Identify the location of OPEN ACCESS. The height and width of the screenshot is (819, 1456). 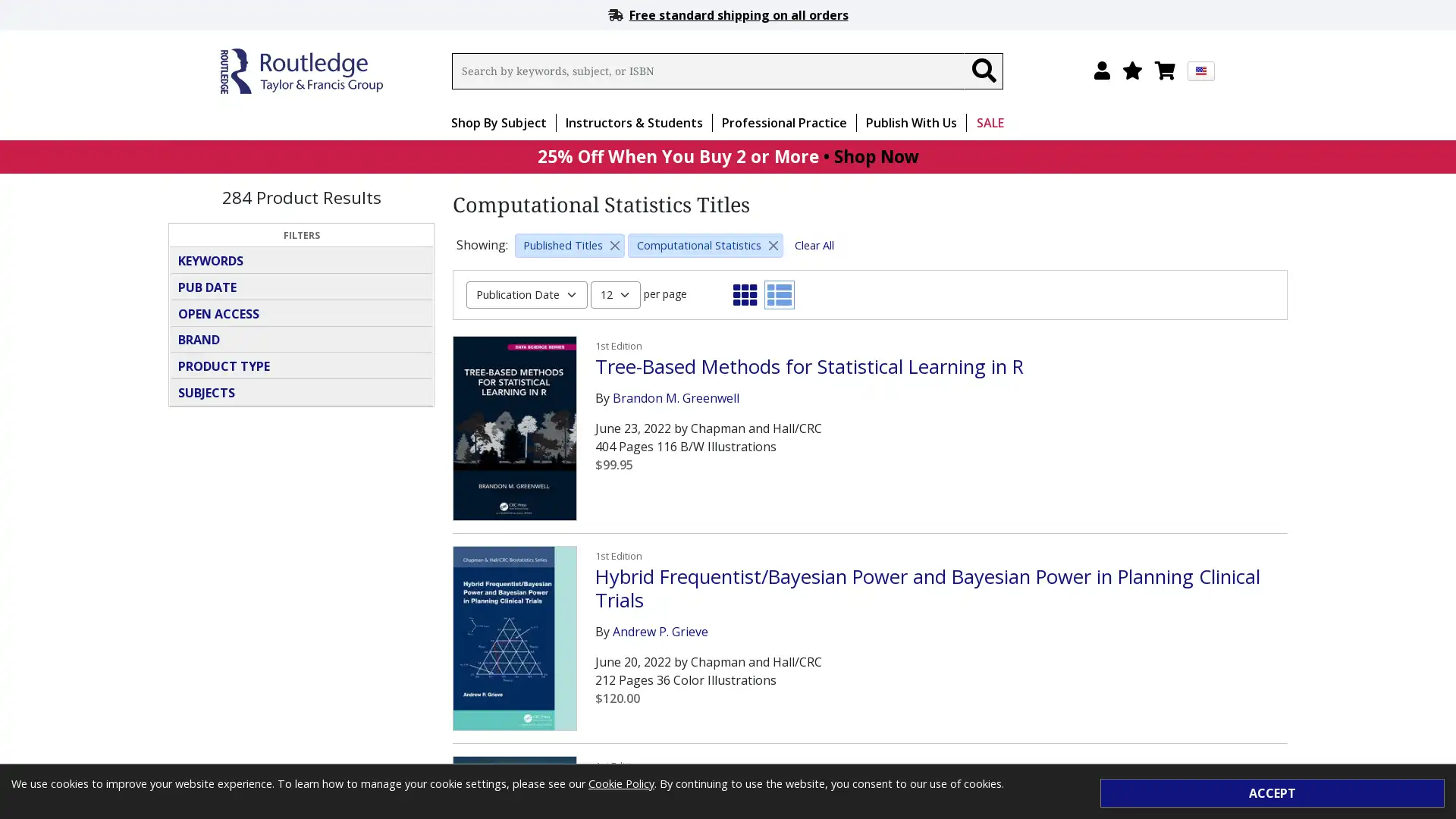
(301, 312).